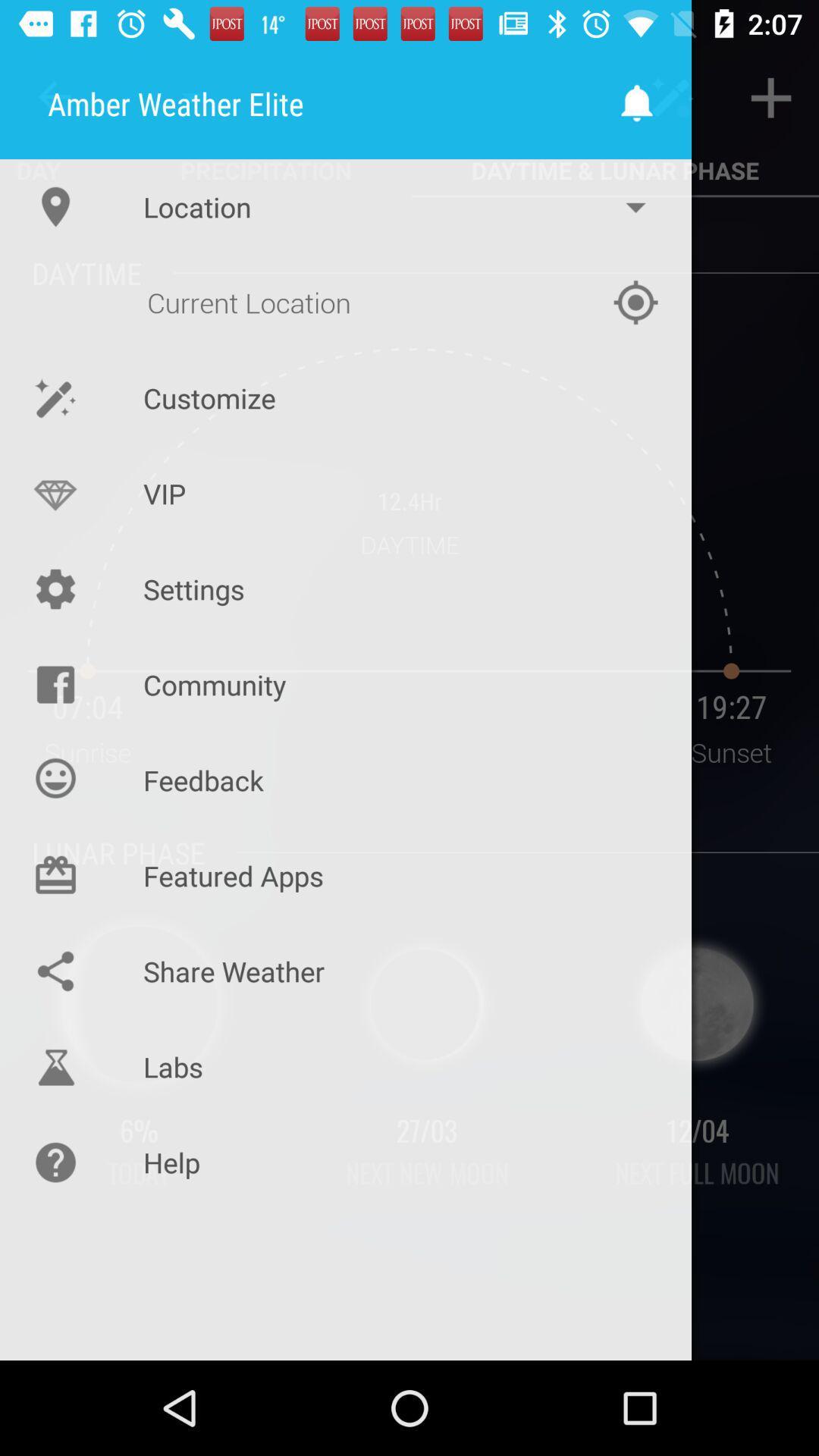  Describe the element at coordinates (638, 102) in the screenshot. I see `the notifications icon` at that location.